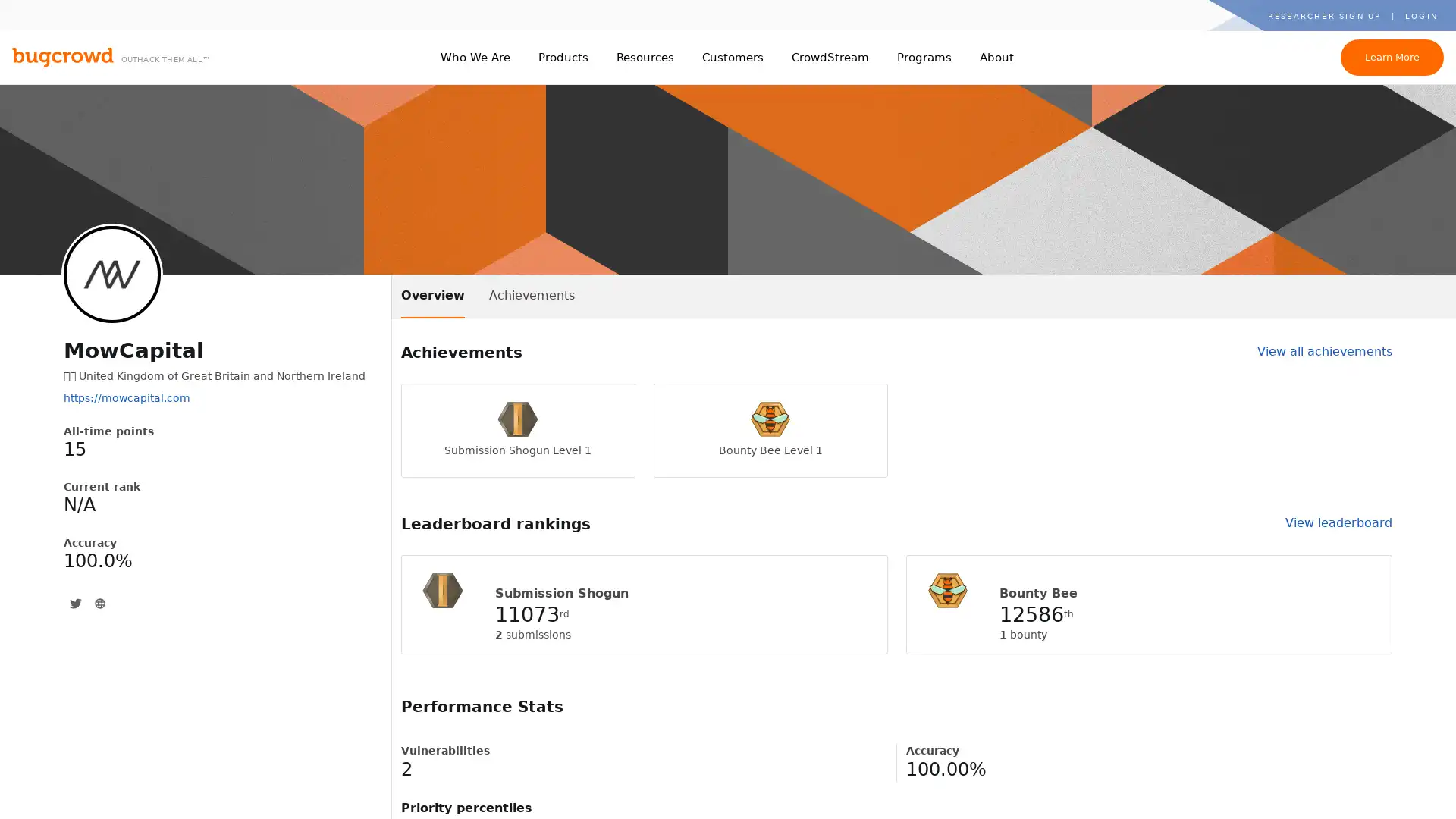 The width and height of the screenshot is (1456, 819). What do you see at coordinates (517, 430) in the screenshot?
I see `Submission Shogun Level 1 Submission Shogun Level 1` at bounding box center [517, 430].